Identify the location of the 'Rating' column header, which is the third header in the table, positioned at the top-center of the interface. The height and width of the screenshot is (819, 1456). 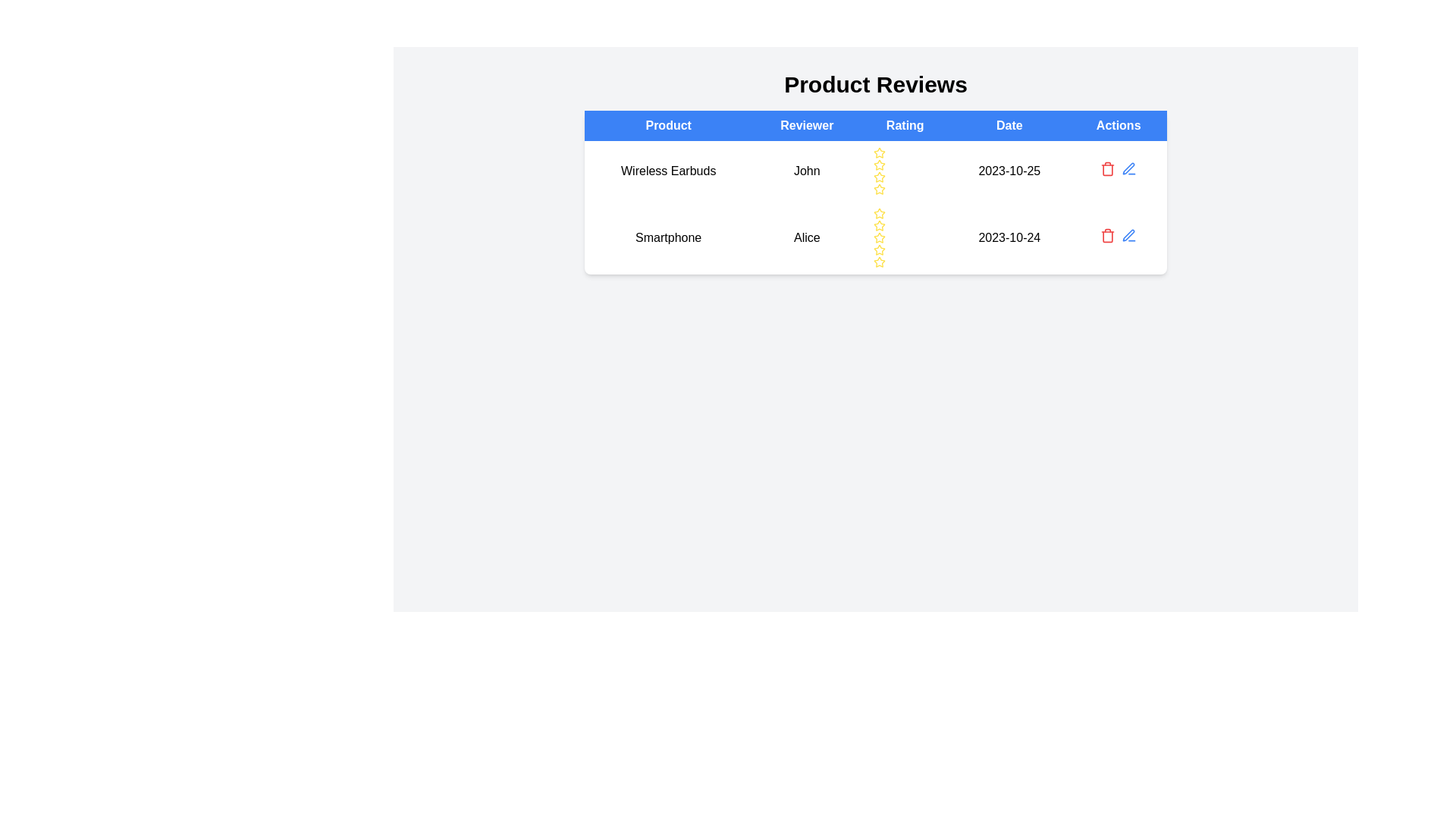
(905, 124).